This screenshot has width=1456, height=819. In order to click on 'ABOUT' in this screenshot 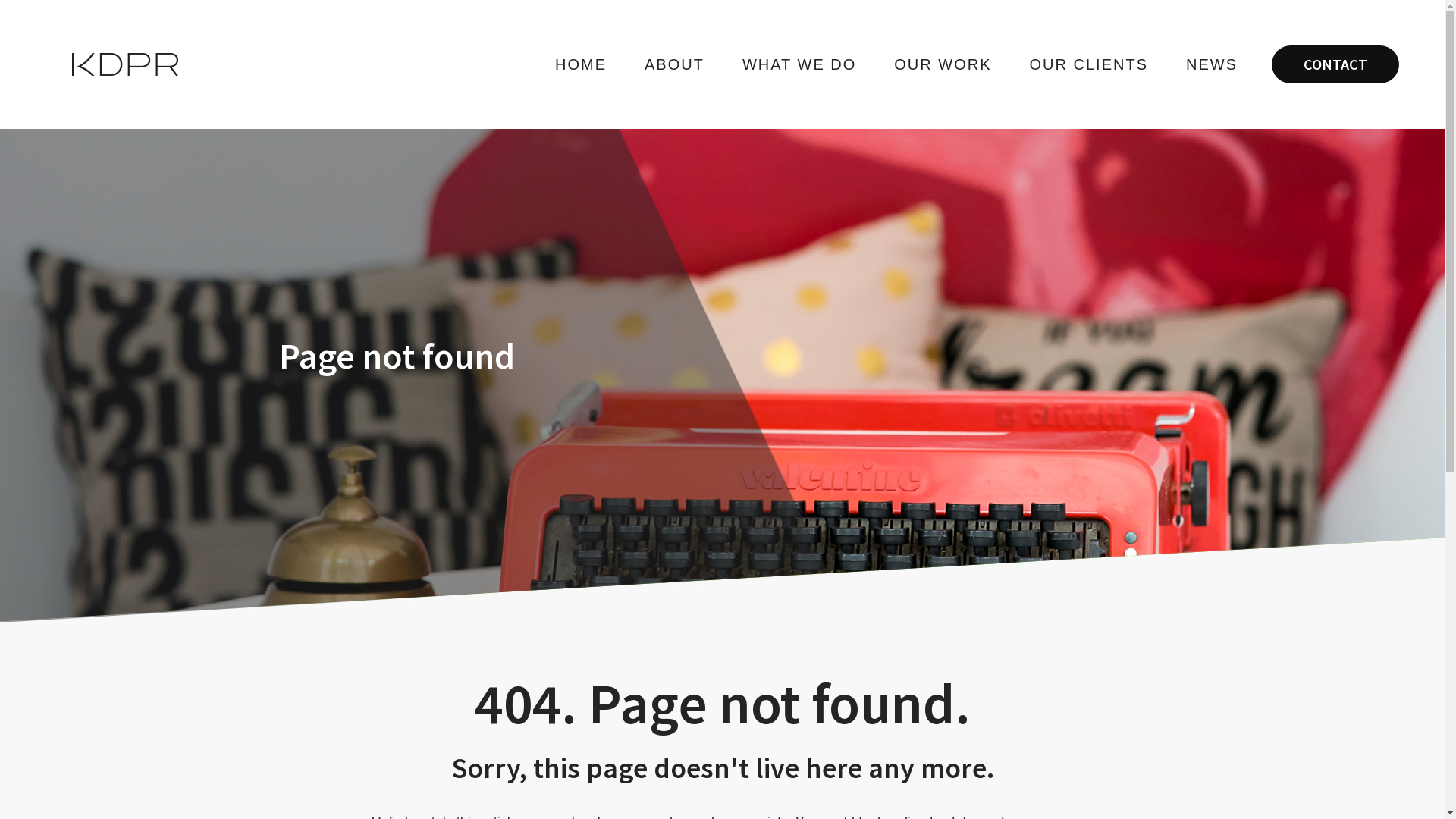, I will do `click(673, 63)`.